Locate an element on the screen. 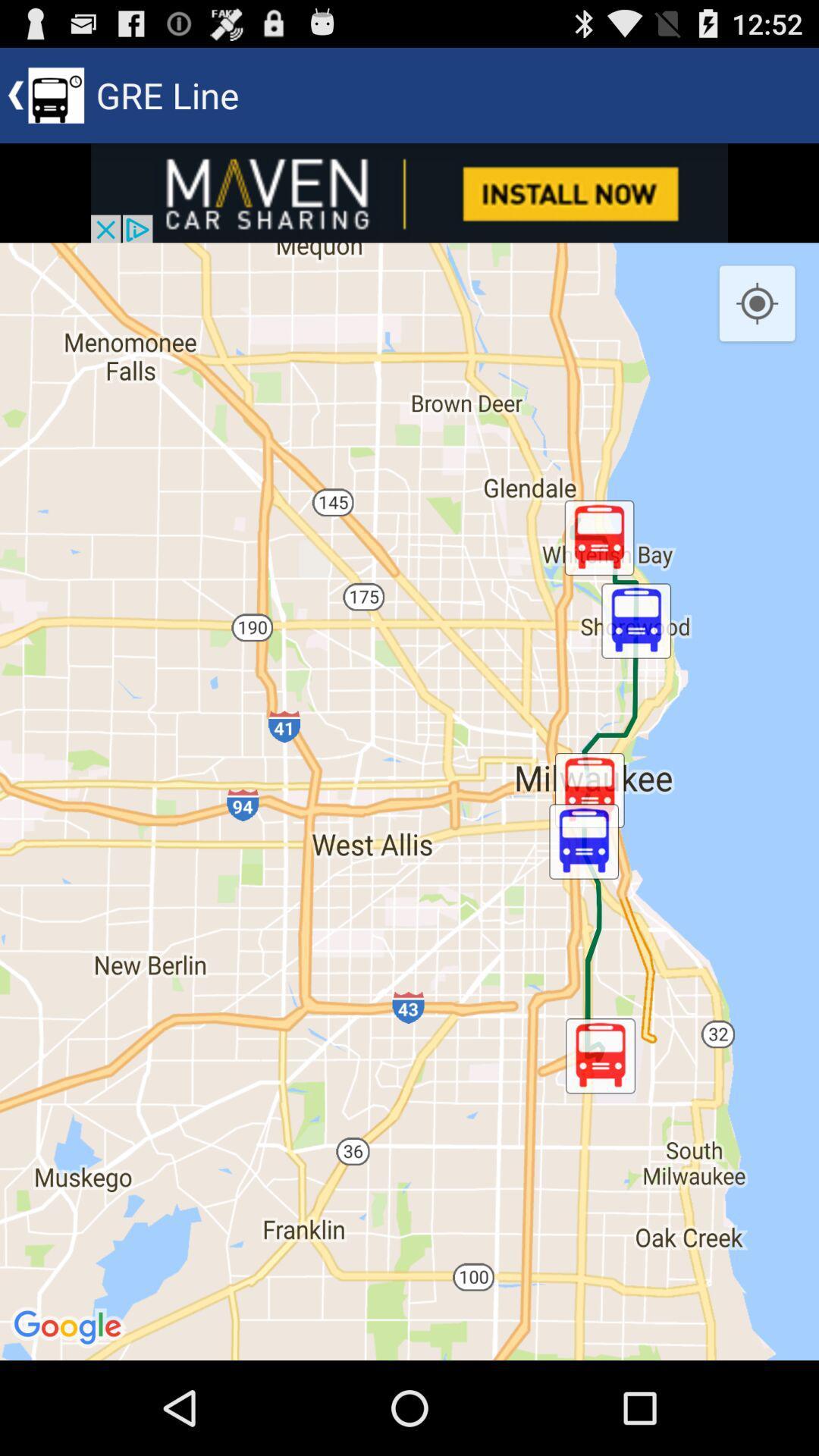  open advertisement to install is located at coordinates (409, 192).